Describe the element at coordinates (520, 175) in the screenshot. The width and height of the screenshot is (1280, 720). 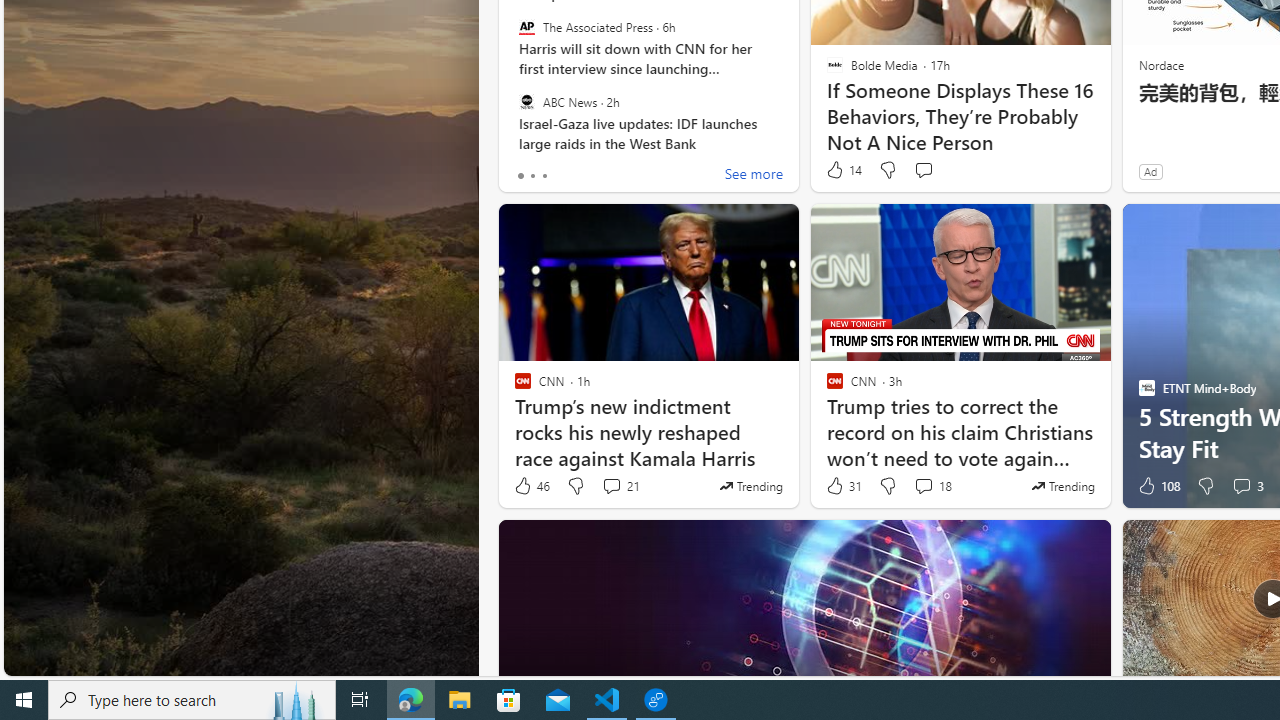
I see `'tab-0'` at that location.